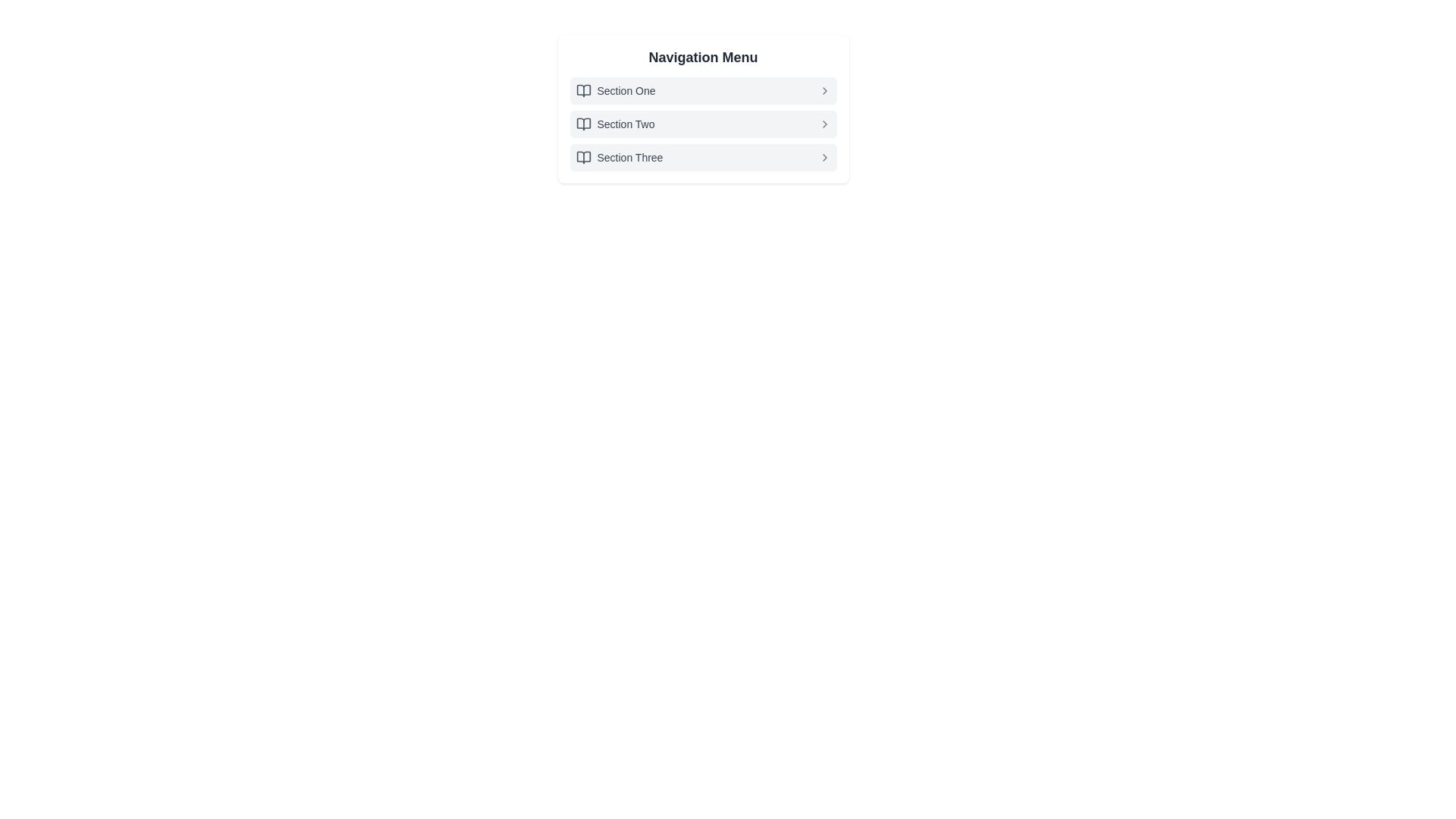 This screenshot has width=1456, height=819. I want to click on the navigation icon, which is a chevron located at the far right of the 'Section One' row in the navigation menu, so click(824, 90).